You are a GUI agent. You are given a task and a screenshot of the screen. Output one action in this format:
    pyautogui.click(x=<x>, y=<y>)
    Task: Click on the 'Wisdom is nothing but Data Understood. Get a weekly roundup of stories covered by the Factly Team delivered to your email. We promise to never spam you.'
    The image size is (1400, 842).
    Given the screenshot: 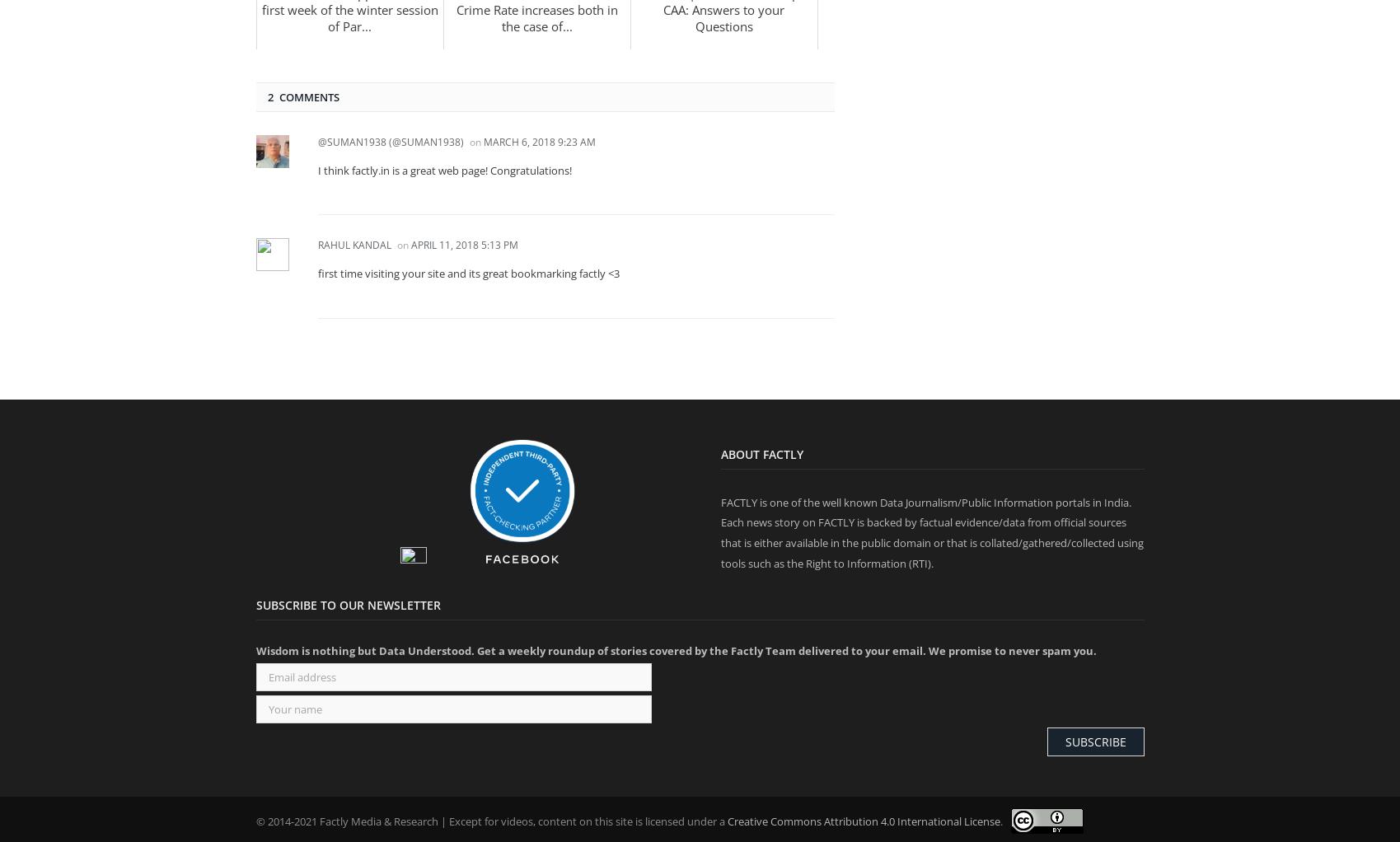 What is the action you would take?
    pyautogui.click(x=255, y=651)
    